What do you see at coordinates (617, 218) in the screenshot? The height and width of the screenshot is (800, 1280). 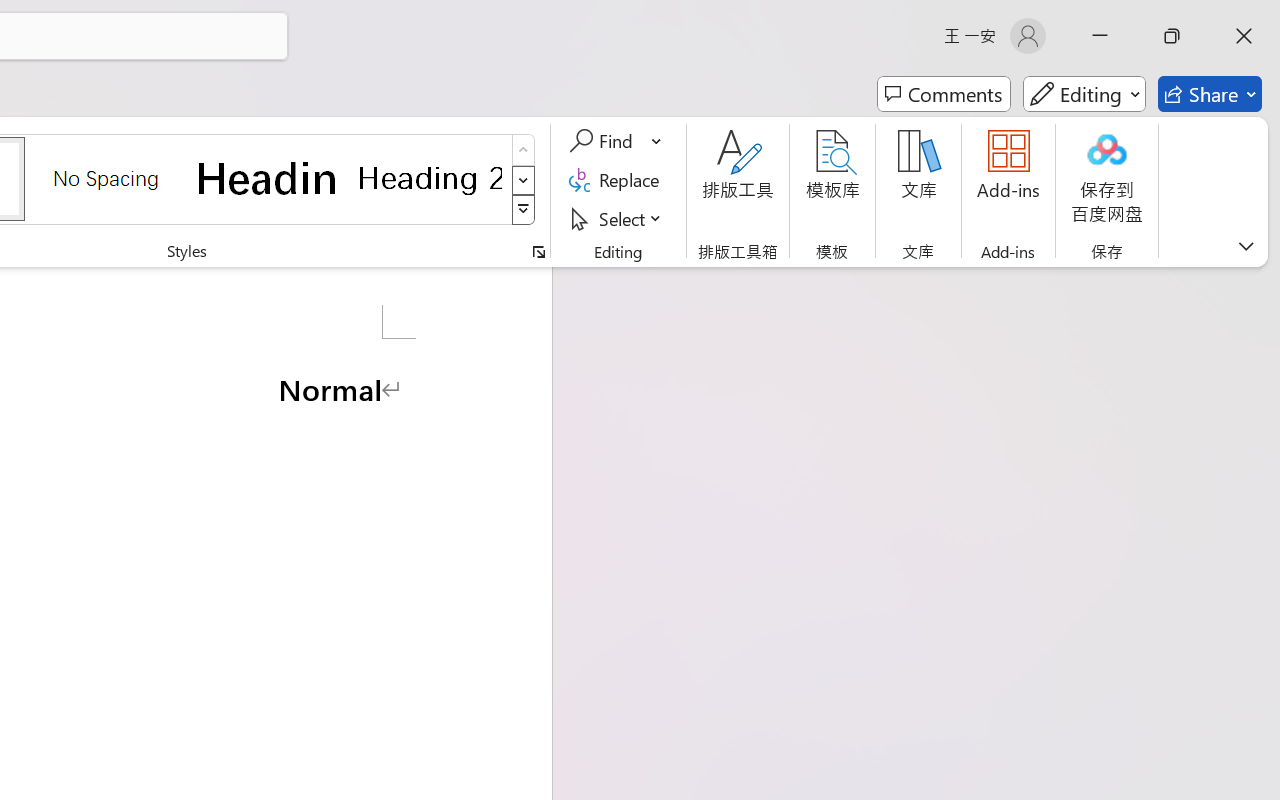 I see `'Select'` at bounding box center [617, 218].